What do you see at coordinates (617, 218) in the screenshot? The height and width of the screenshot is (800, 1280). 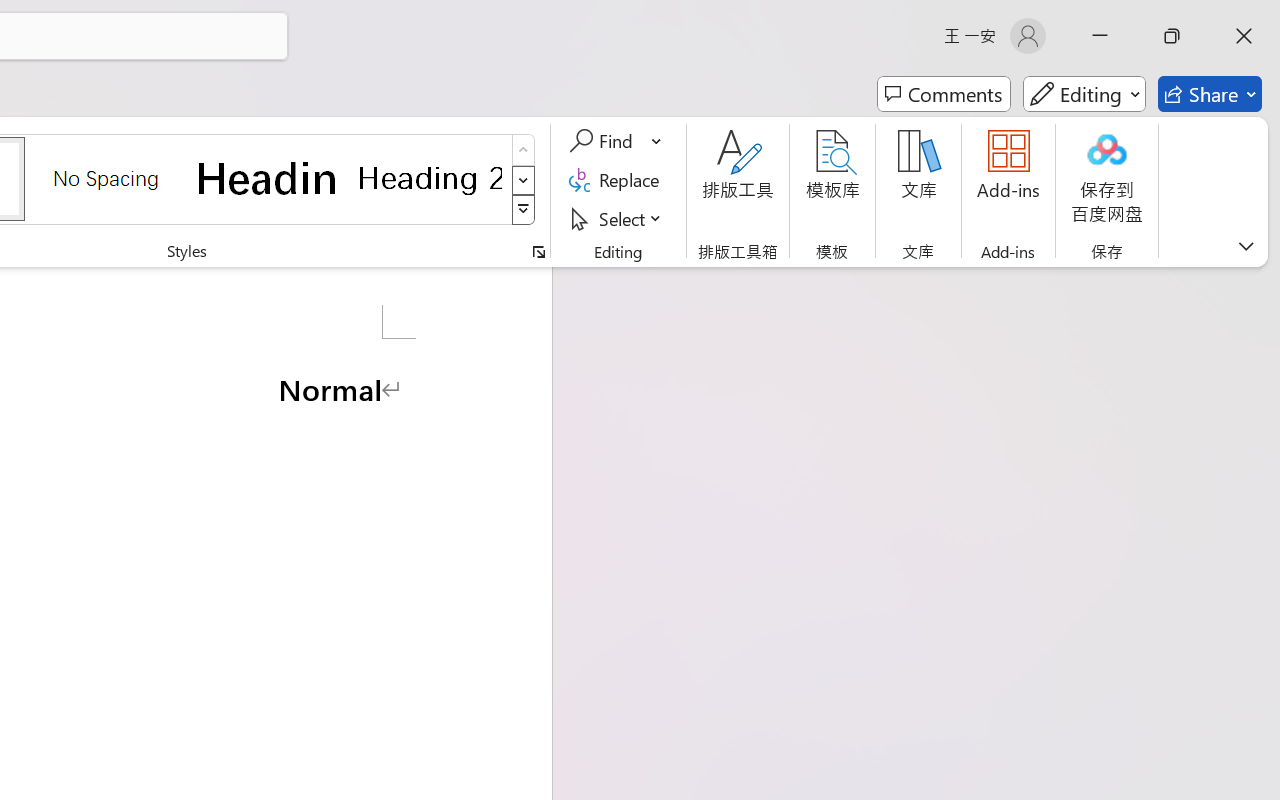 I see `'Select'` at bounding box center [617, 218].